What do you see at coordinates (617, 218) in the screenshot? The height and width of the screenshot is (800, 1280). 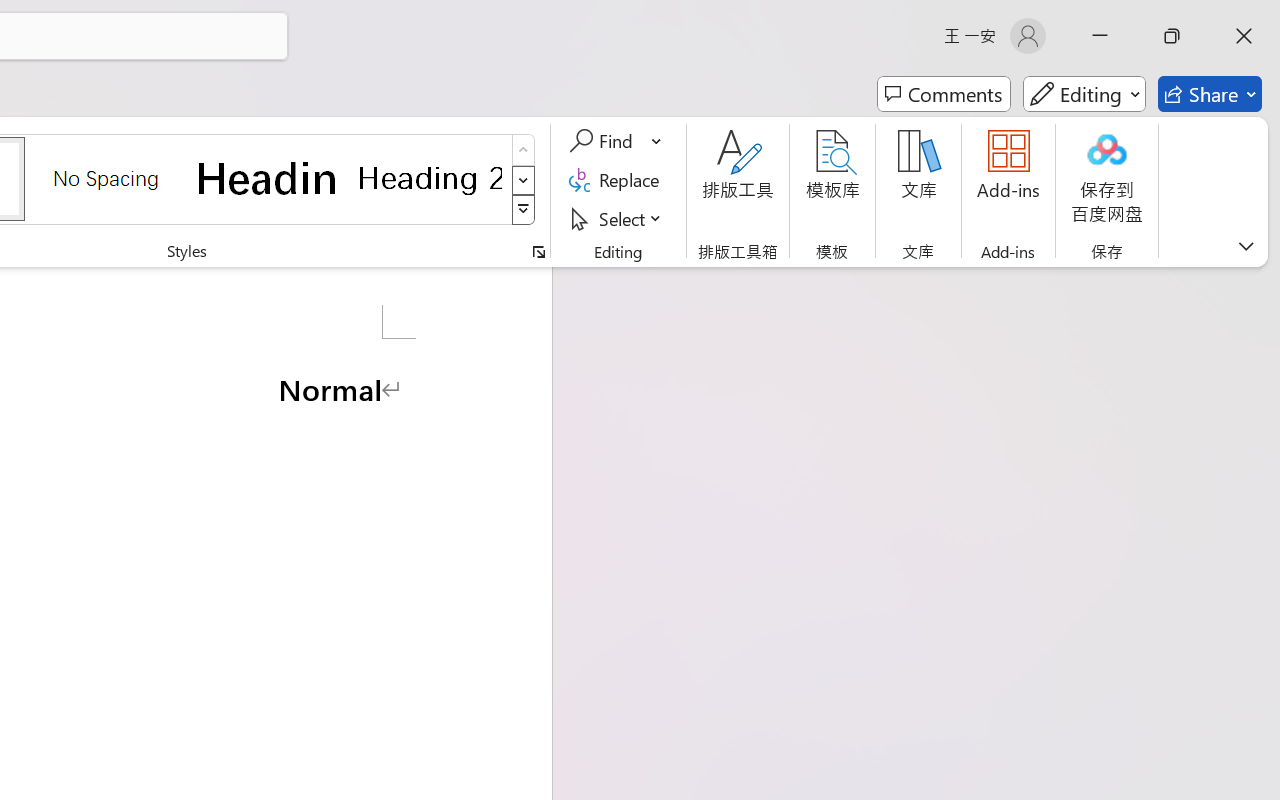 I see `'Select'` at bounding box center [617, 218].